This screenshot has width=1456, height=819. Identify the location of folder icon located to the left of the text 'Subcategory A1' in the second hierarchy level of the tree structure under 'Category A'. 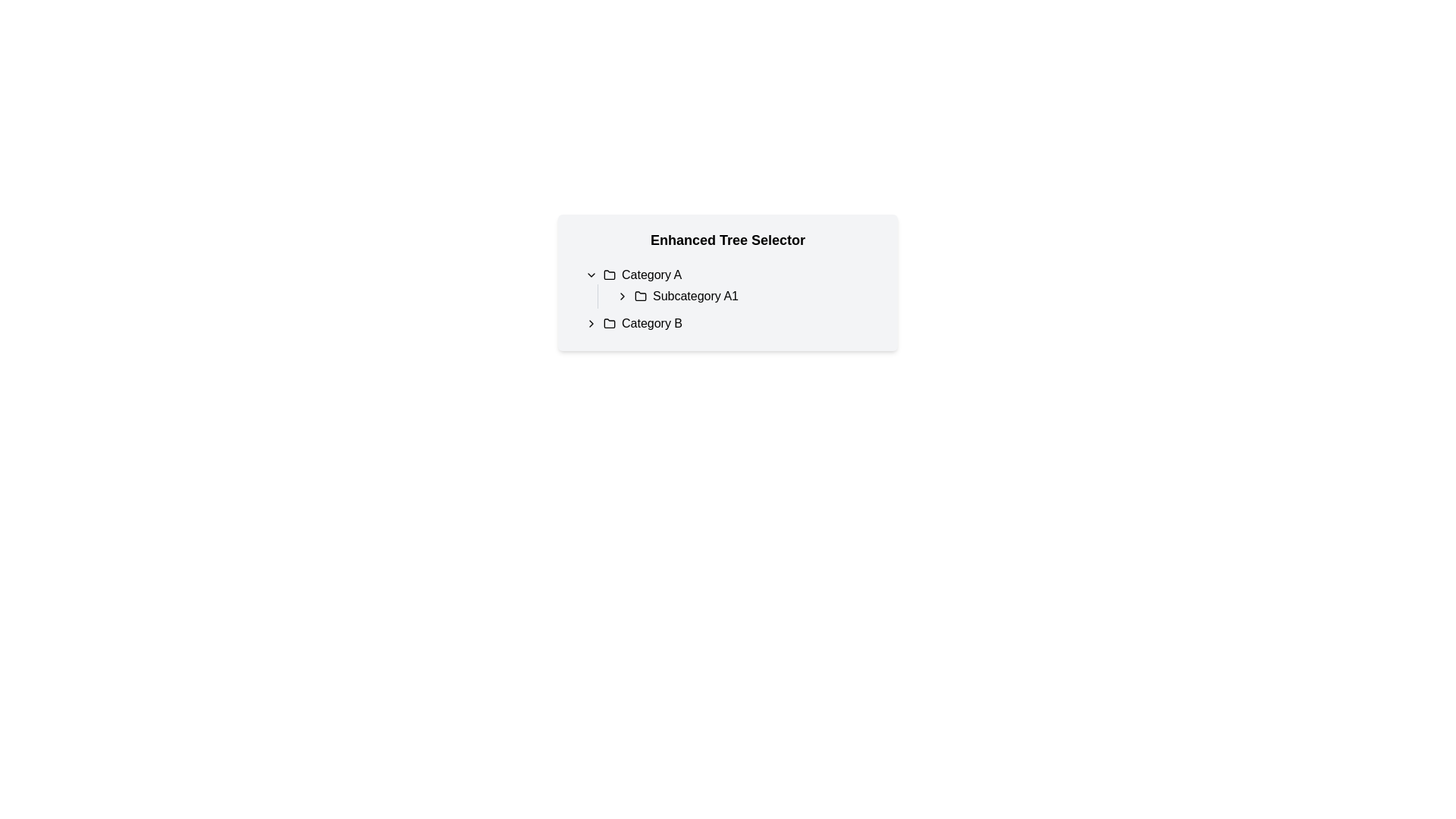
(640, 296).